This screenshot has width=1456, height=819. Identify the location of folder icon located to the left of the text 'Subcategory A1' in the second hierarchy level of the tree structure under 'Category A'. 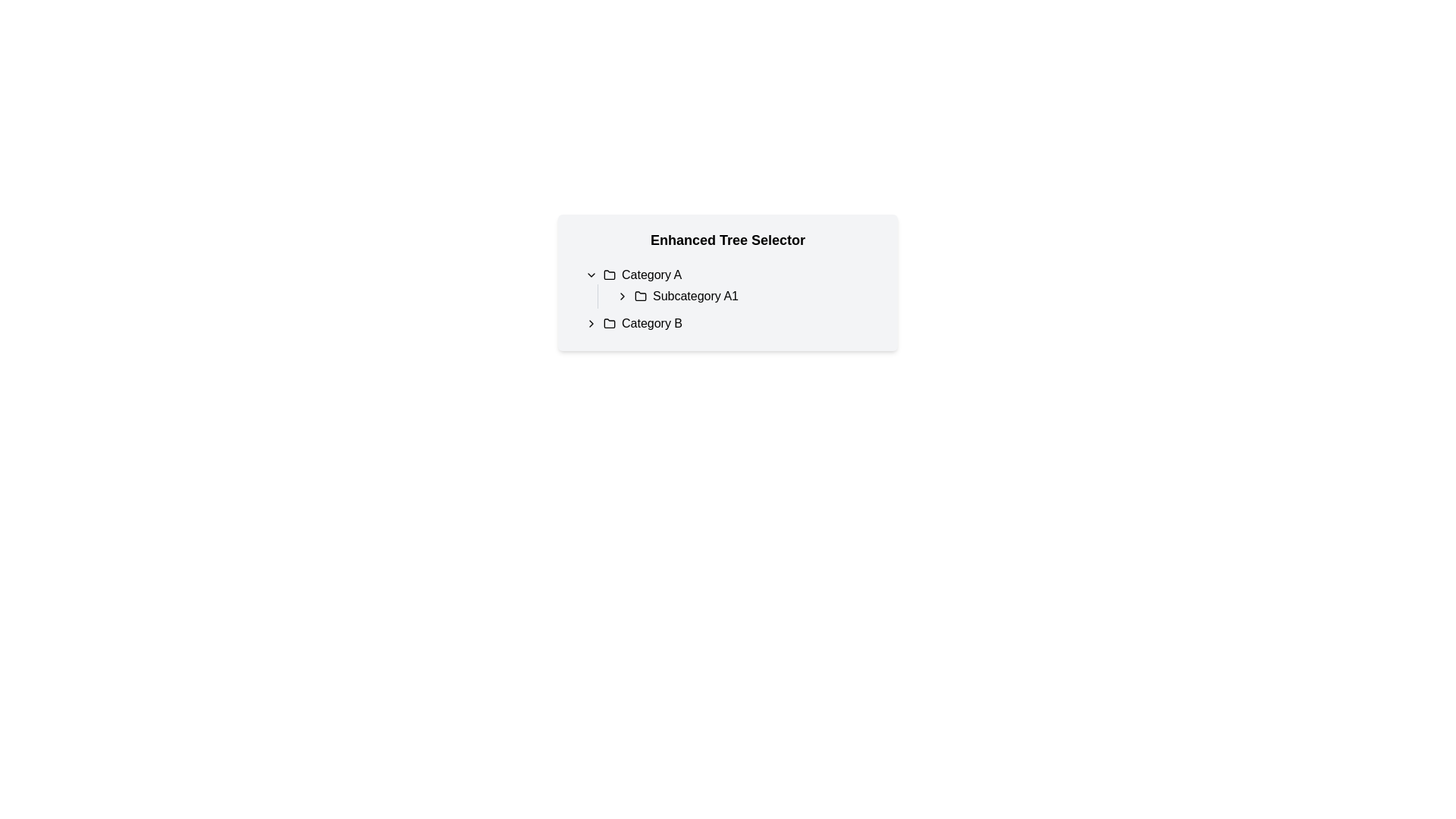
(640, 296).